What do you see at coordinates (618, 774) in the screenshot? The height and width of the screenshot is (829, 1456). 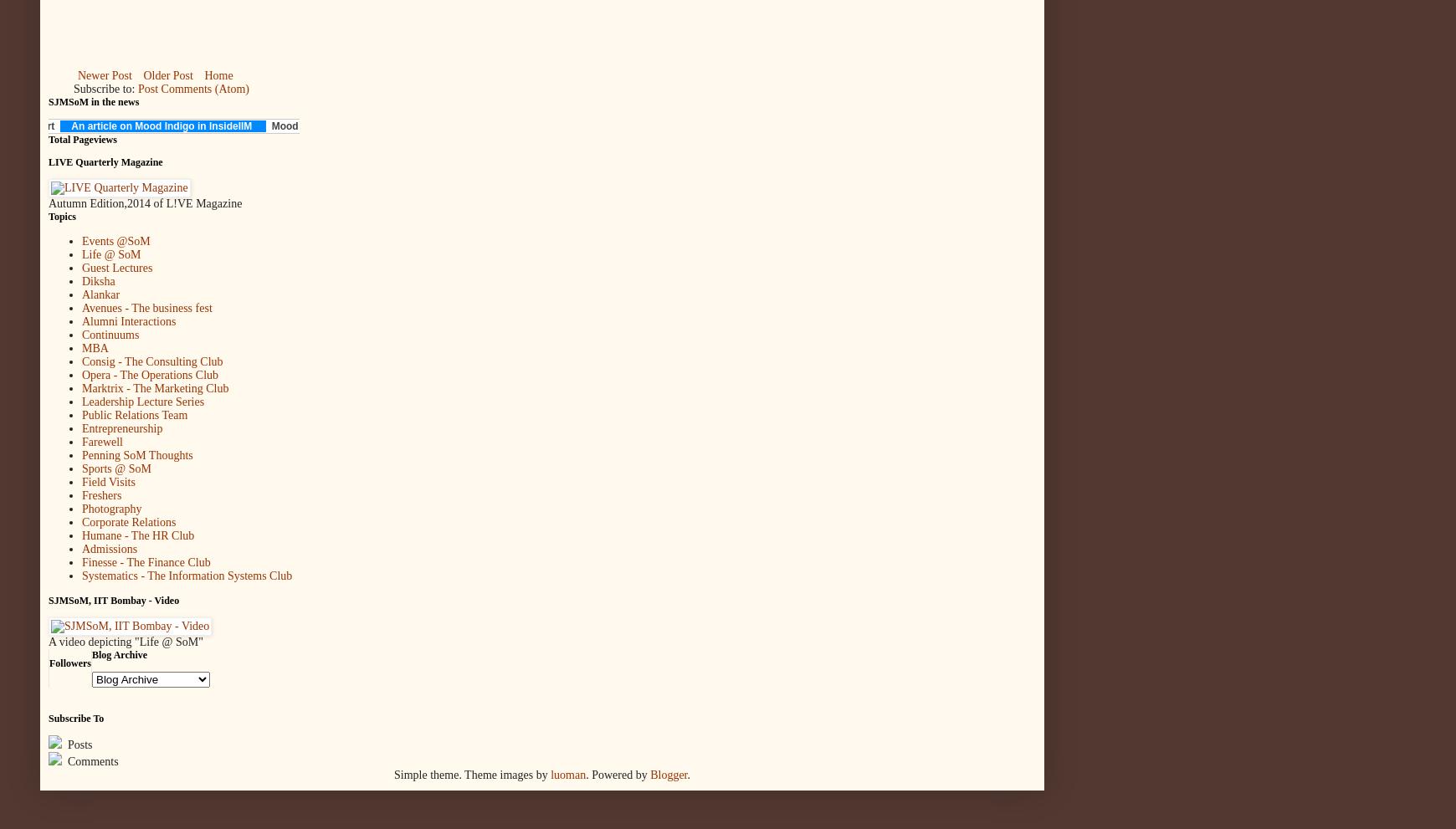 I see `'. Powered by'` at bounding box center [618, 774].